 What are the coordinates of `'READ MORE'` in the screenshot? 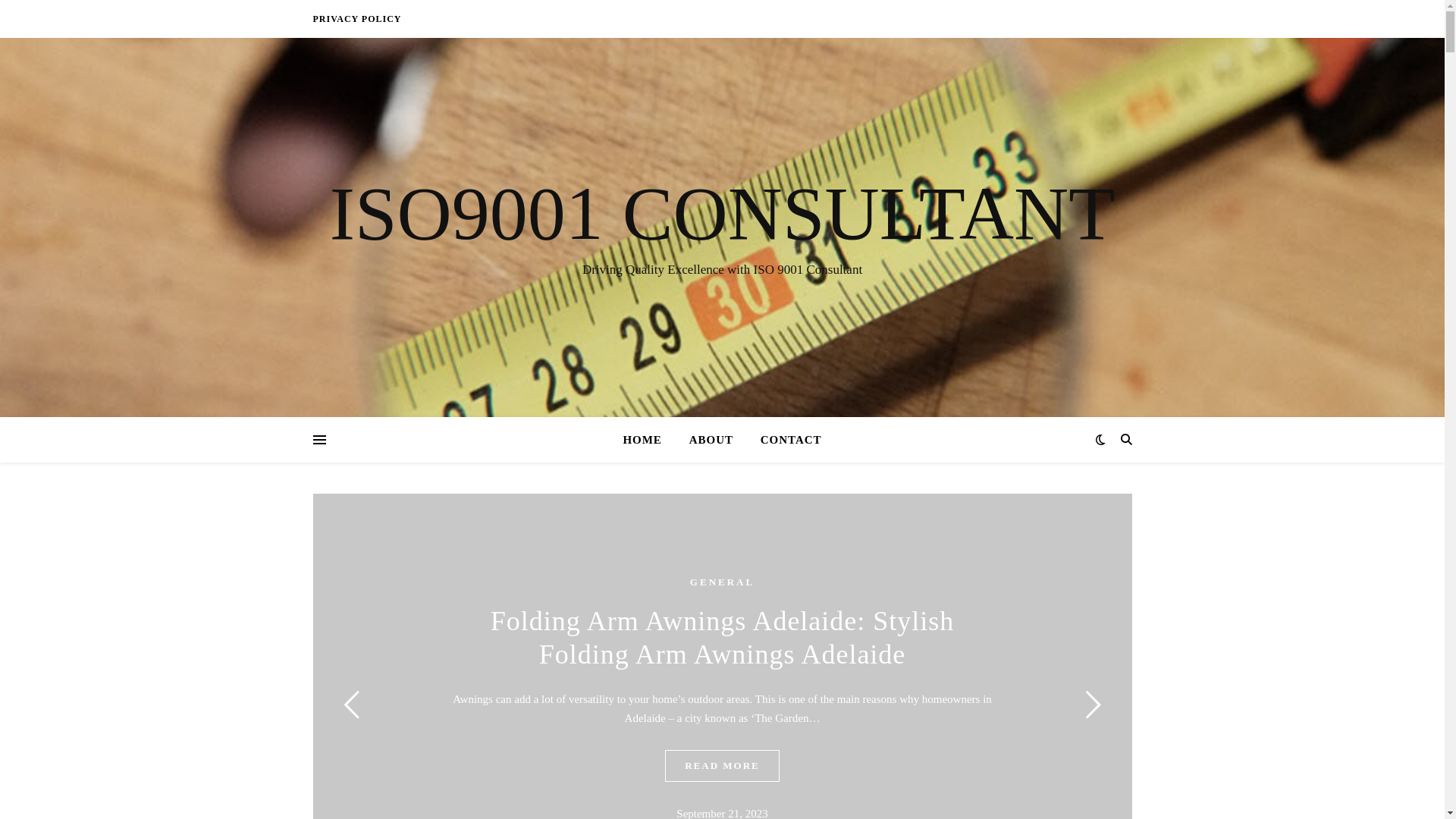 It's located at (665, 766).